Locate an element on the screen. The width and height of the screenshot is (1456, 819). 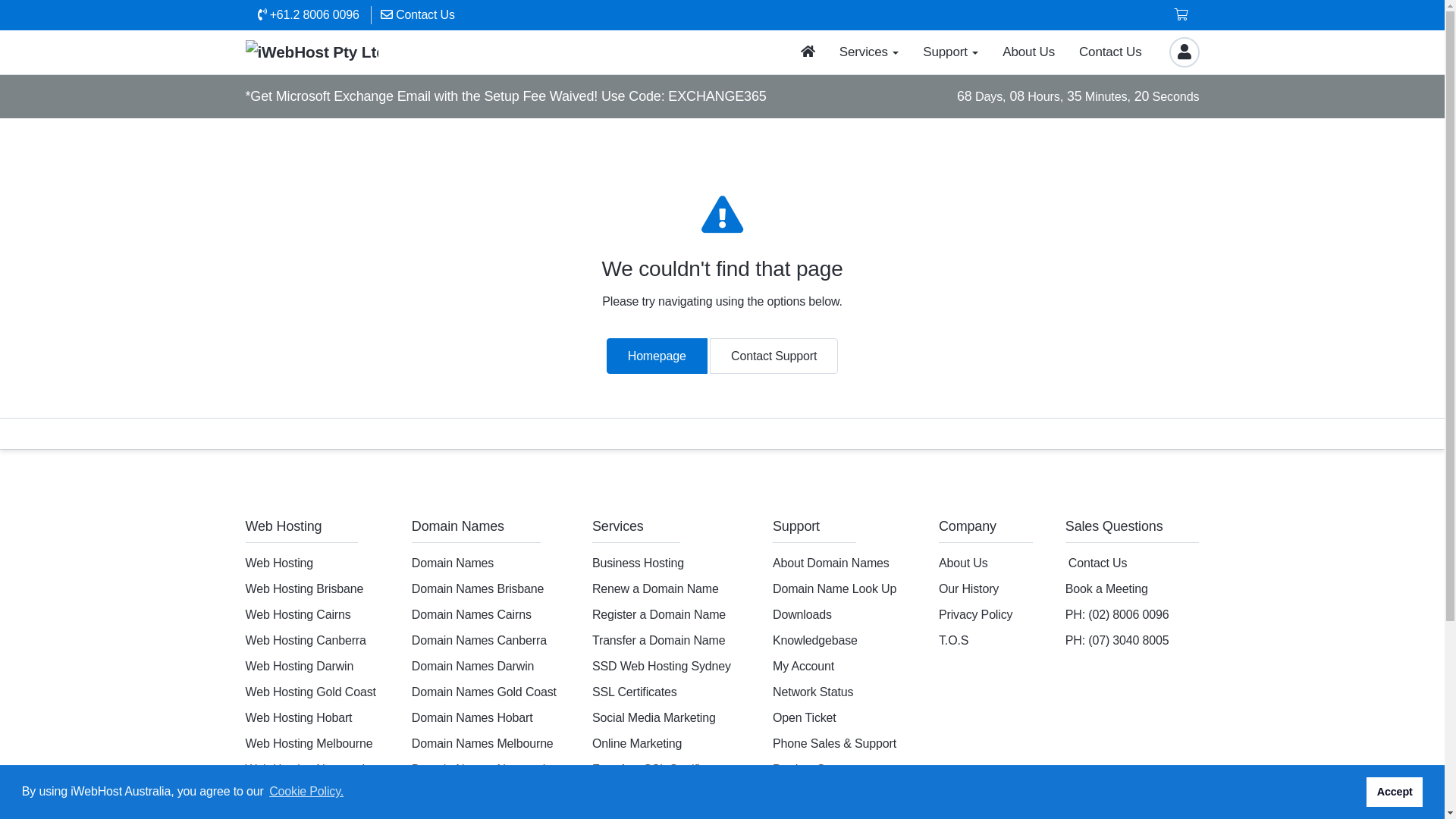
'Homepage' is located at coordinates (657, 356).